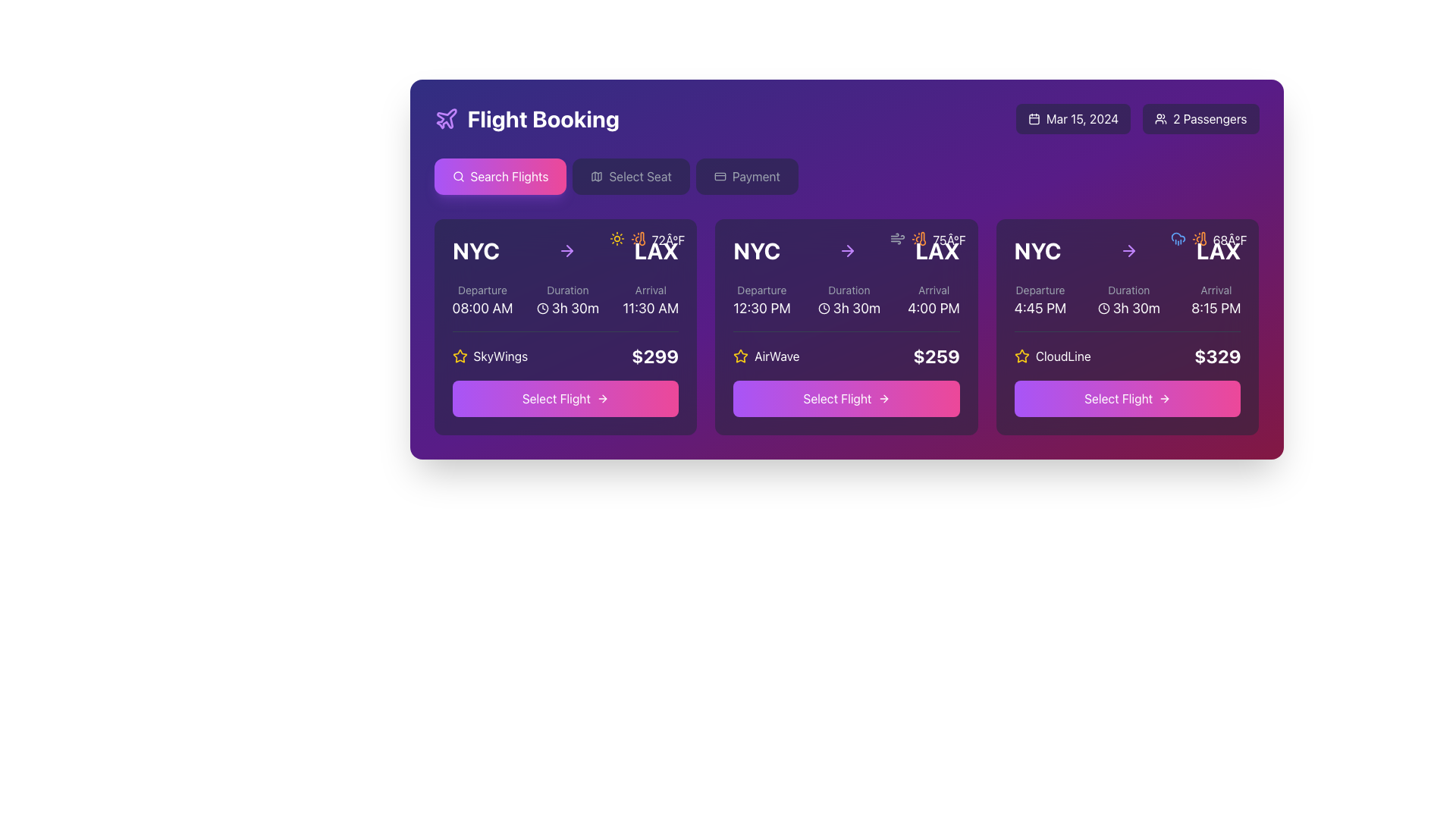 This screenshot has width=1456, height=819. What do you see at coordinates (848, 301) in the screenshot?
I see `the 'Duration' text with the clock icon, which displays '3h 30m' in a larger font against a purple background` at bounding box center [848, 301].